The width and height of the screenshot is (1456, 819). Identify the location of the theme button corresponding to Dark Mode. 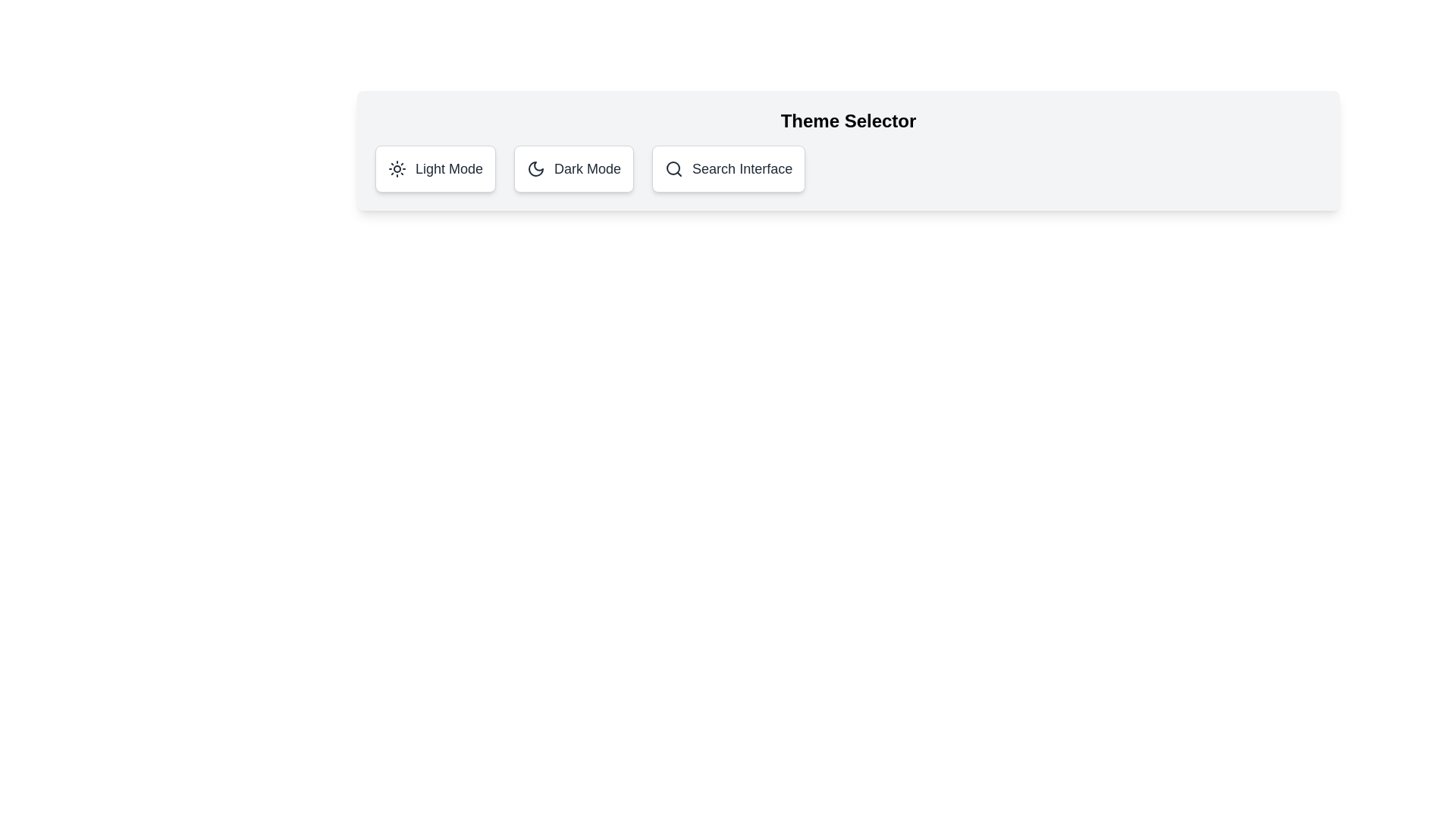
(573, 169).